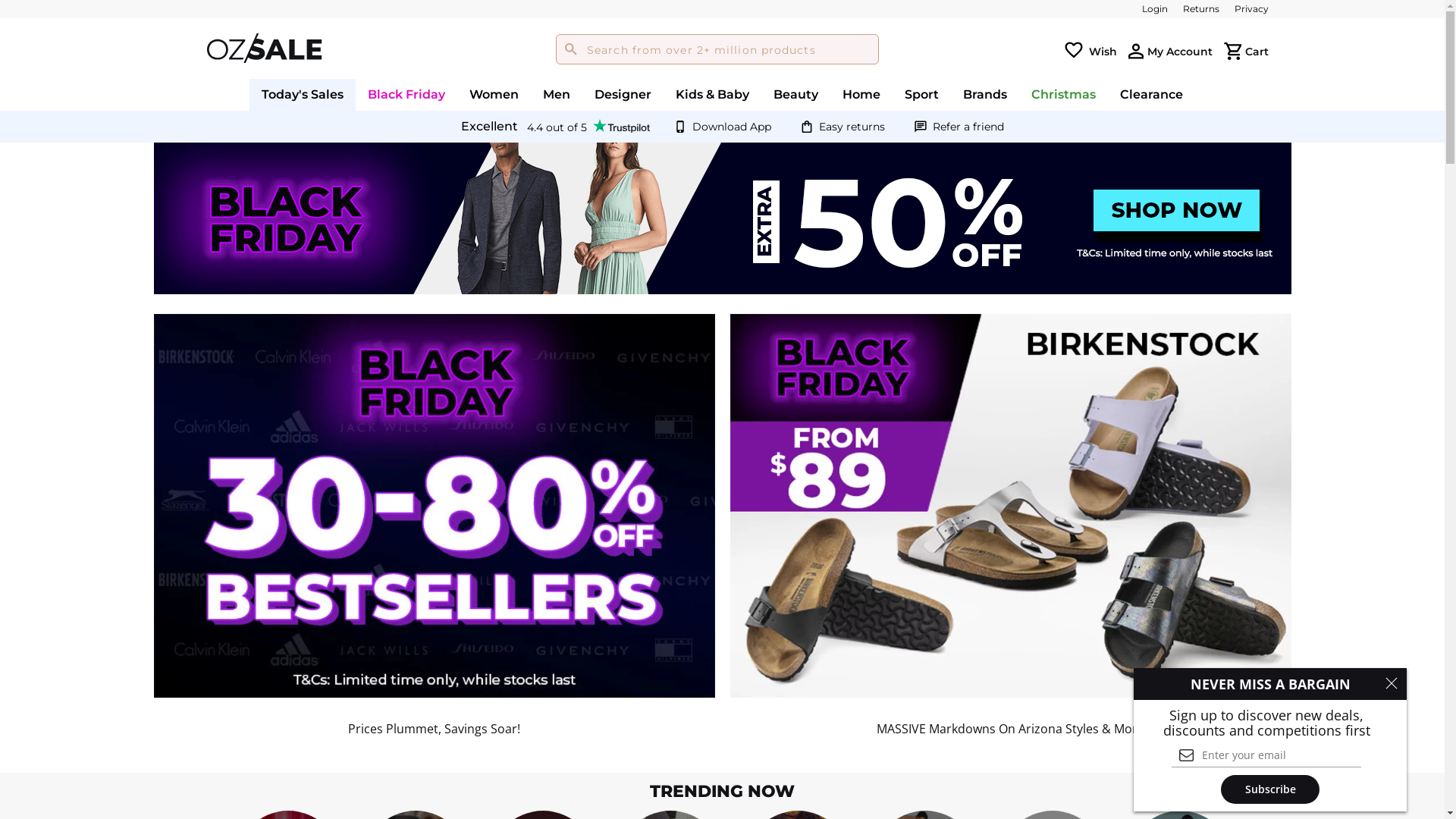 This screenshot has height=819, width=1456. What do you see at coordinates (852, 126) in the screenshot?
I see `'Easy returns'` at bounding box center [852, 126].